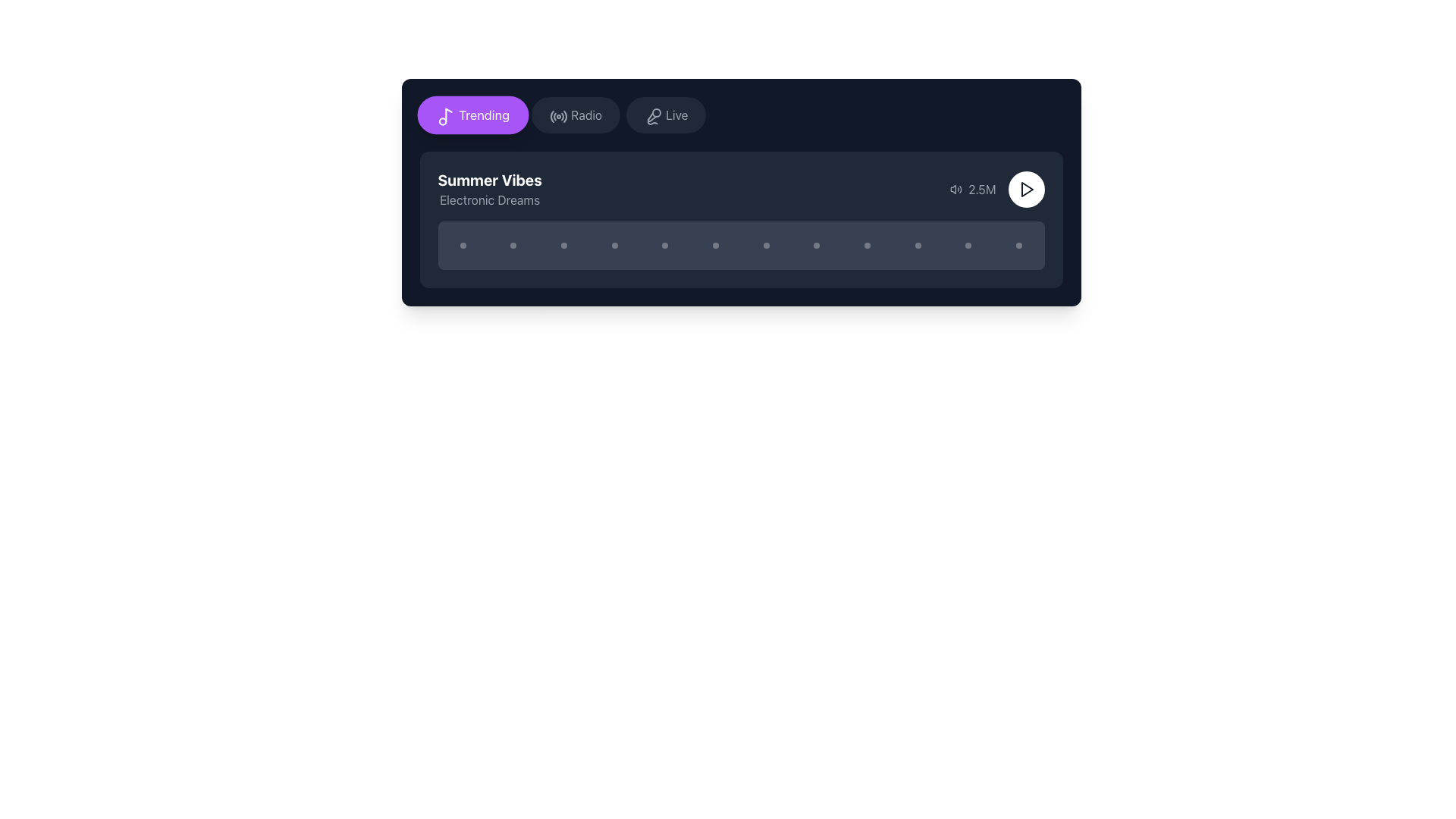  Describe the element at coordinates (490, 180) in the screenshot. I see `text element that serves as a title or header, indicating the name of a song or playlist, located near the top-left corner of the interface` at that location.